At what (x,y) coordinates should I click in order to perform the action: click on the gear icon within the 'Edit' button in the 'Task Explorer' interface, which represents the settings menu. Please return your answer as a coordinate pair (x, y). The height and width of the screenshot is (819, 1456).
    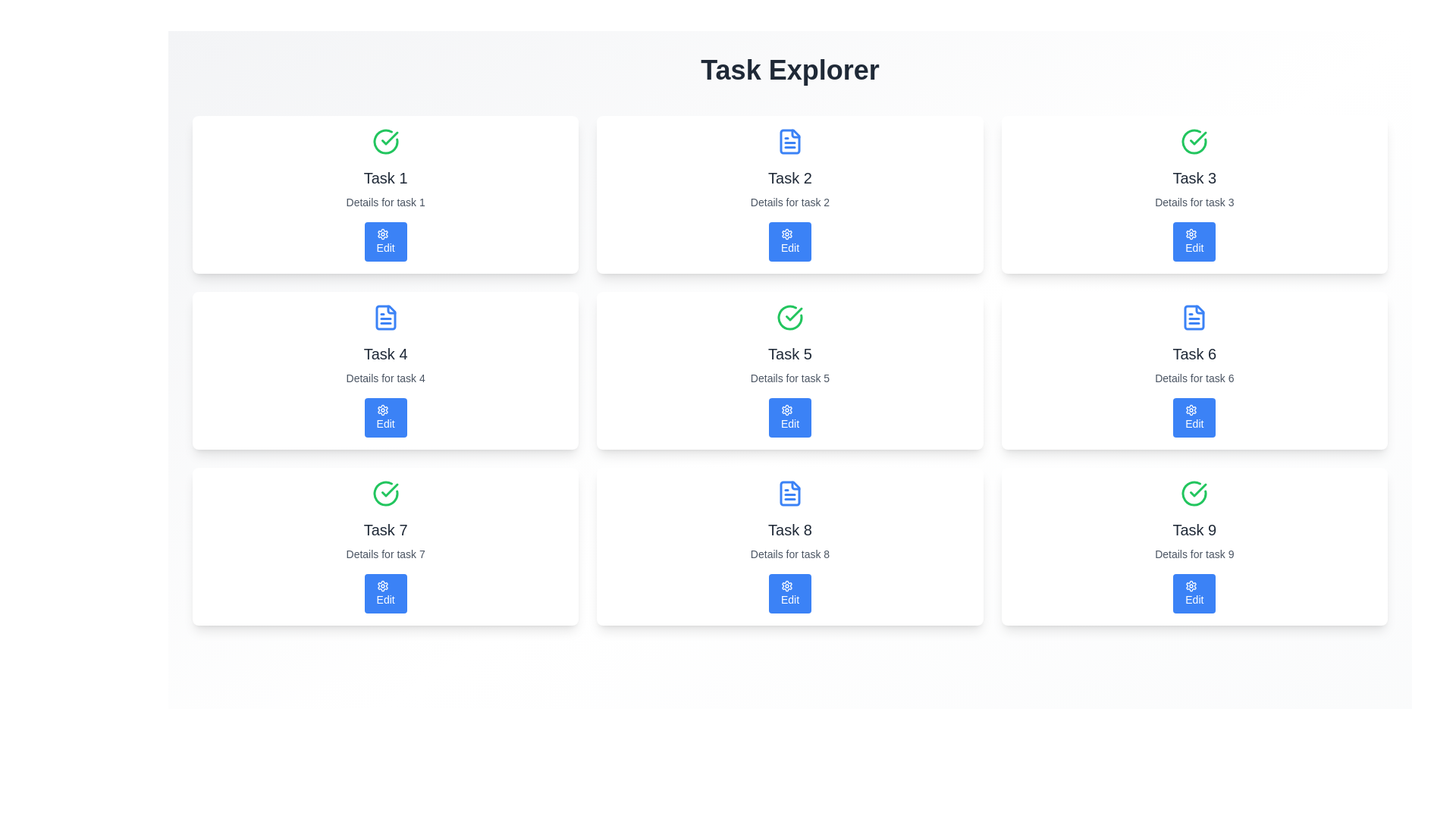
    Looking at the image, I should click on (786, 409).